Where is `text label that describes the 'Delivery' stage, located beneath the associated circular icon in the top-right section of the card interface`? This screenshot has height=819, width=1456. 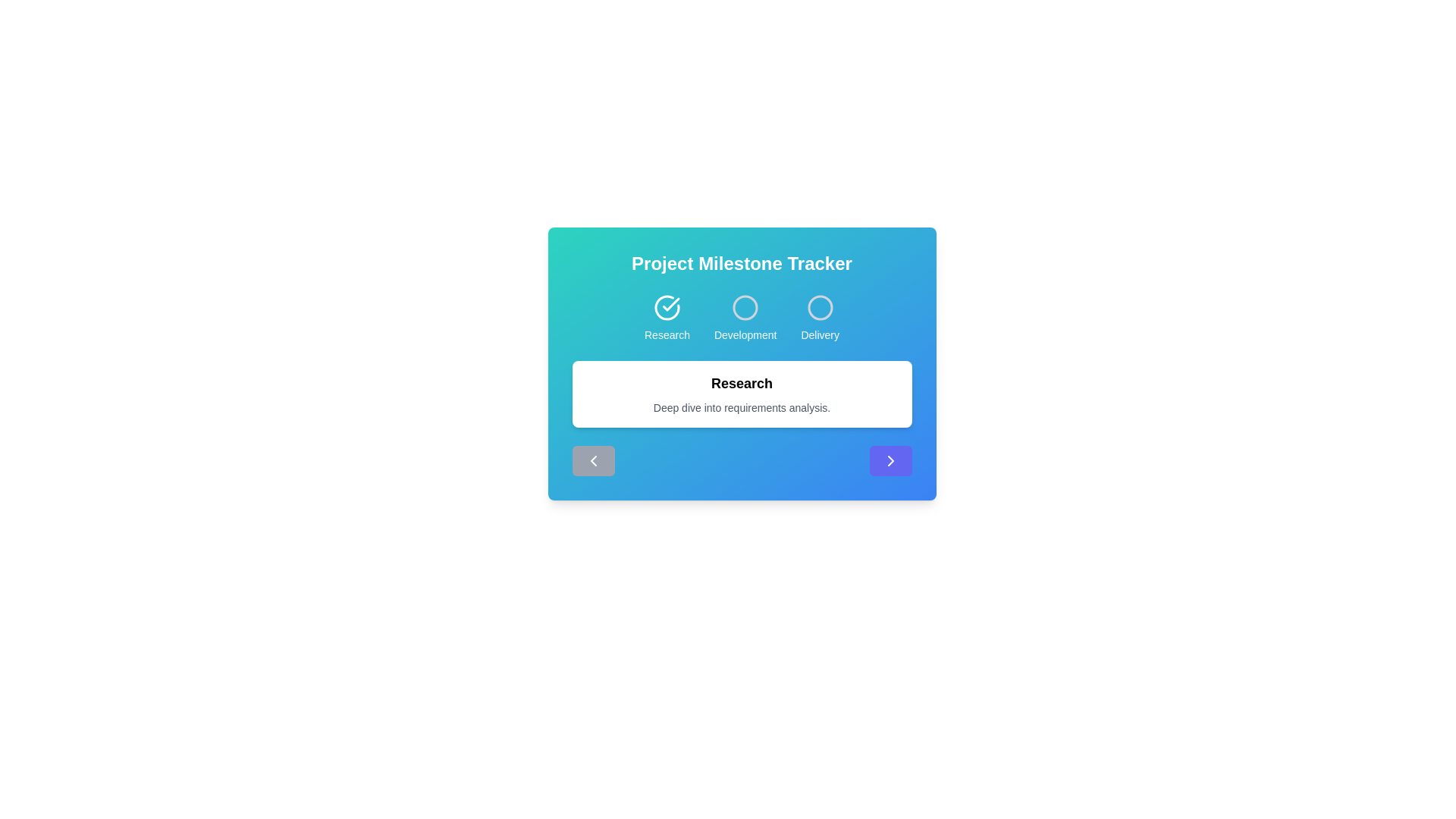
text label that describes the 'Delivery' stage, located beneath the associated circular icon in the top-right section of the card interface is located at coordinates (819, 334).